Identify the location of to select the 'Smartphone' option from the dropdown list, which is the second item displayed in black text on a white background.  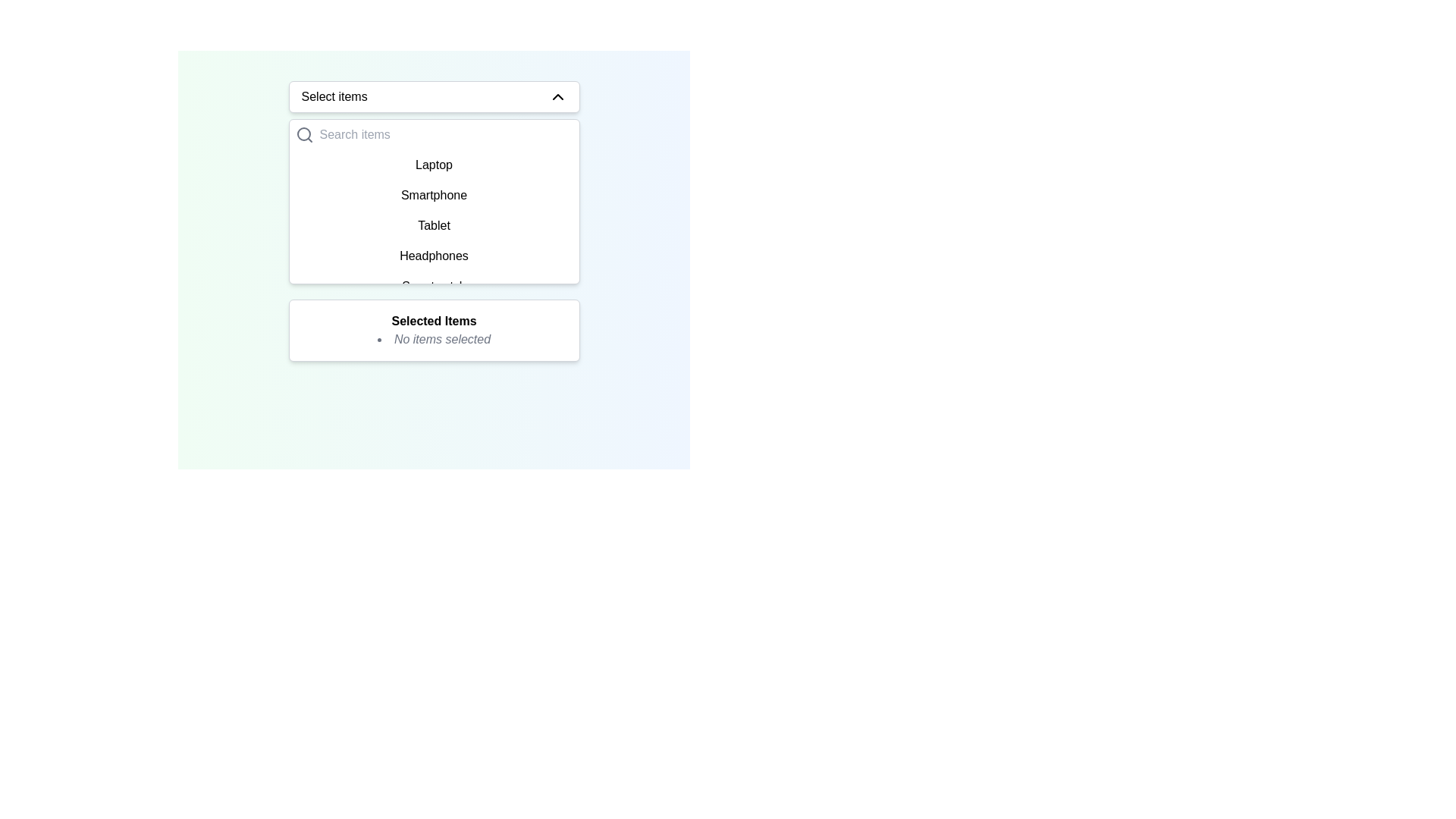
(433, 195).